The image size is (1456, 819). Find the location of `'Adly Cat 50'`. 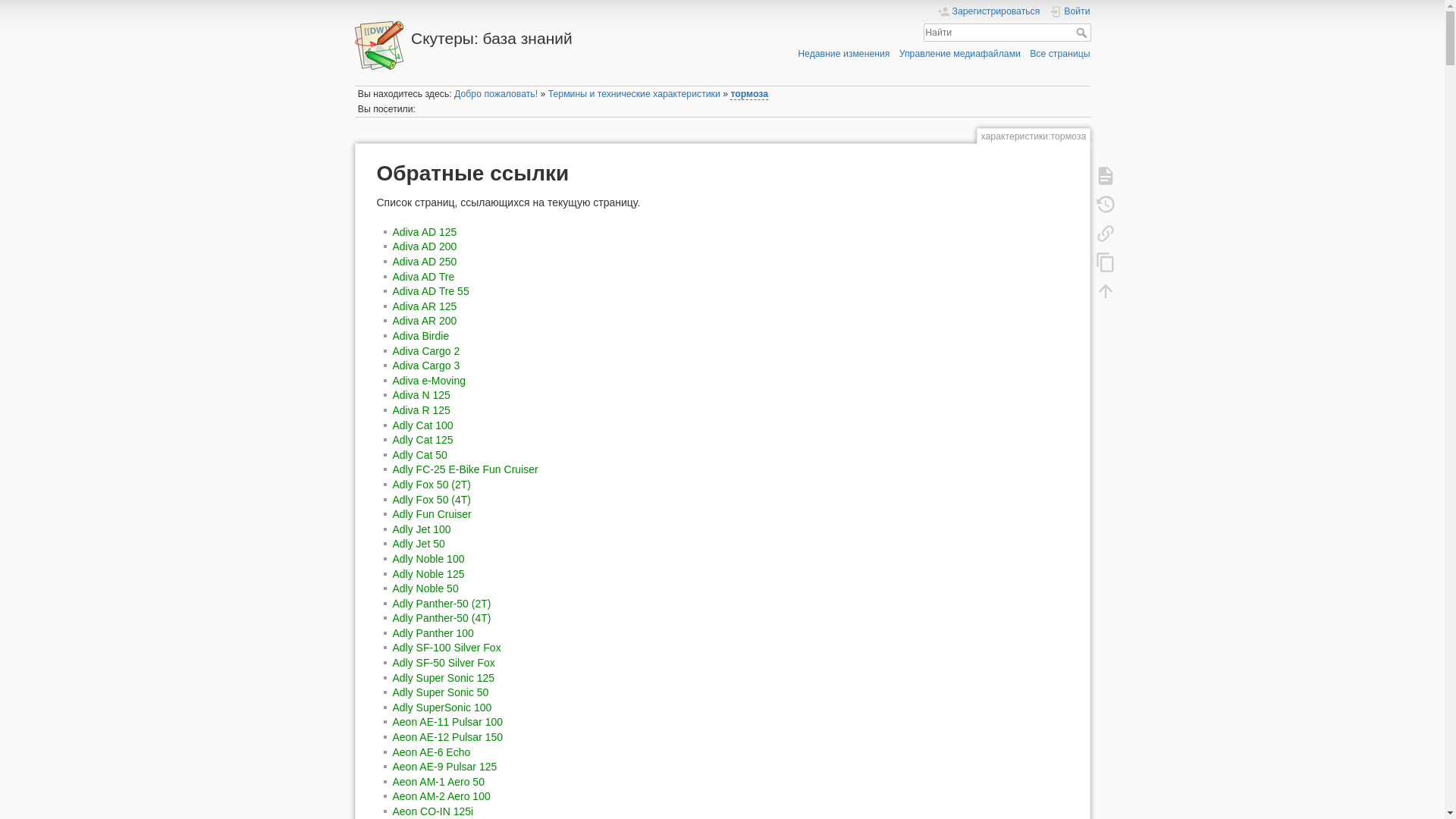

'Adly Cat 50' is located at coordinates (419, 454).